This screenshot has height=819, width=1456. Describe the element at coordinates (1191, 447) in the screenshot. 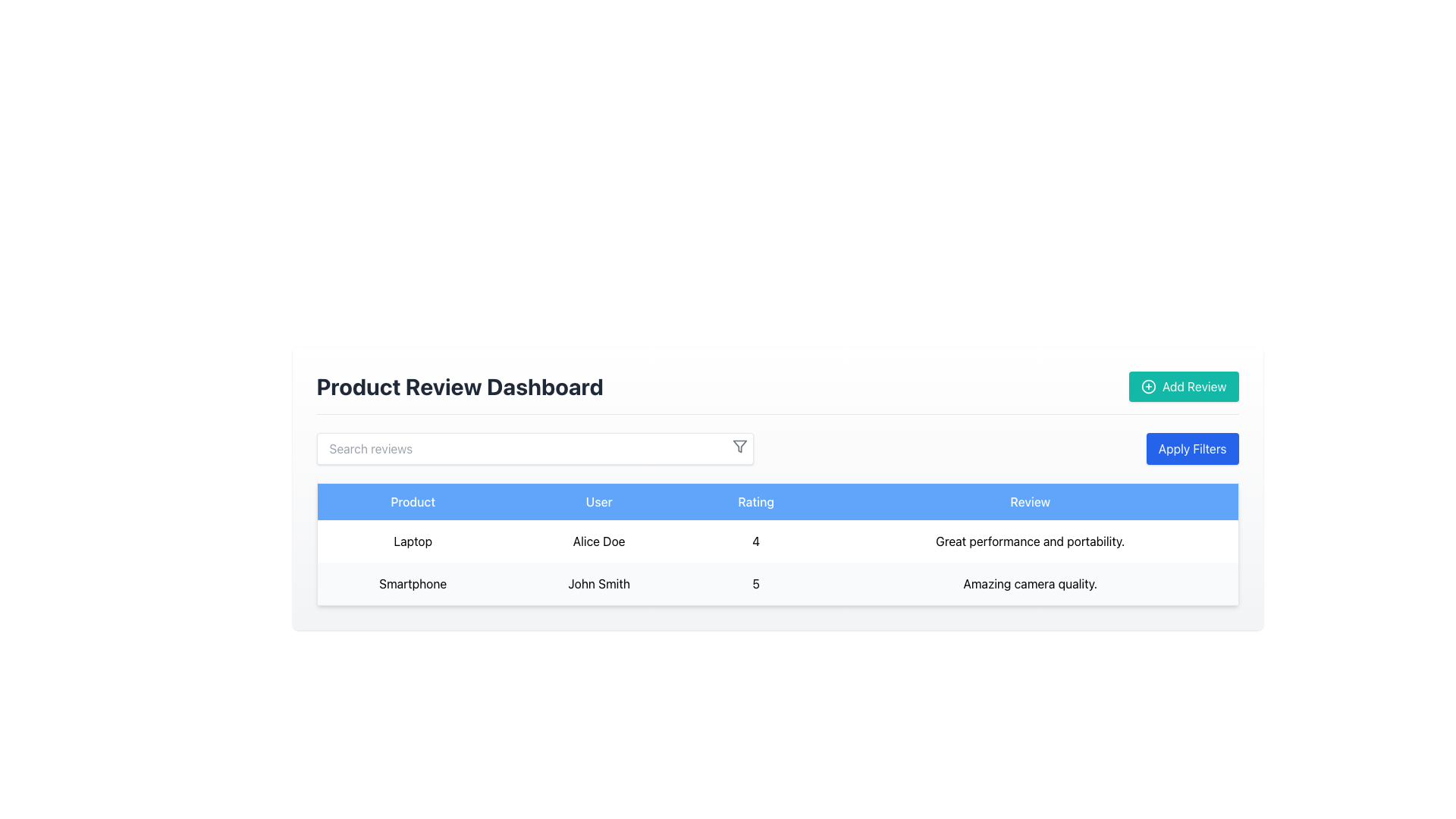

I see `the 'Apply Filters' button located in the top-right corner of the section containing a table to apply filters` at that location.